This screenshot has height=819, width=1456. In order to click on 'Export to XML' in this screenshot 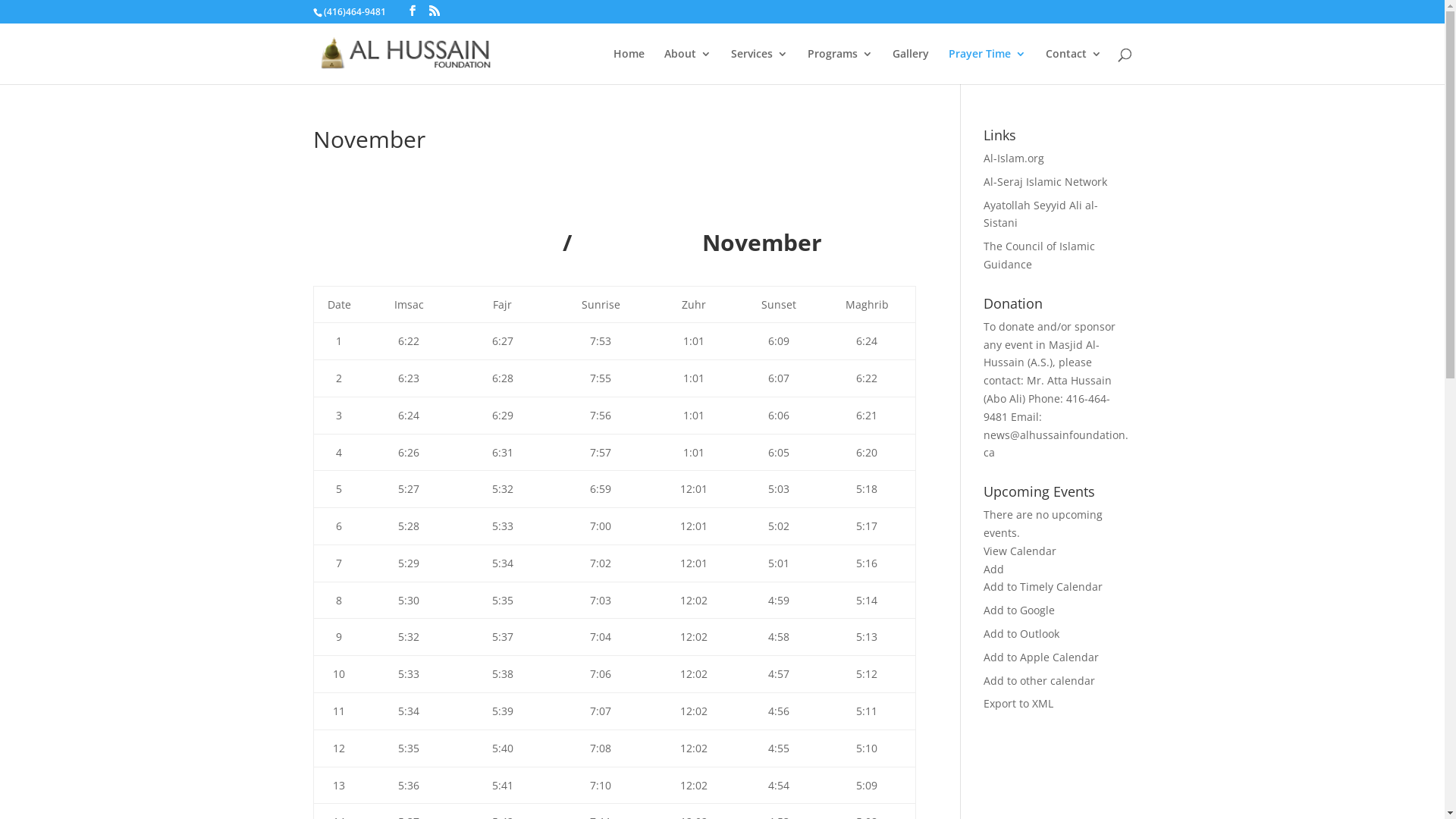, I will do `click(1018, 703)`.